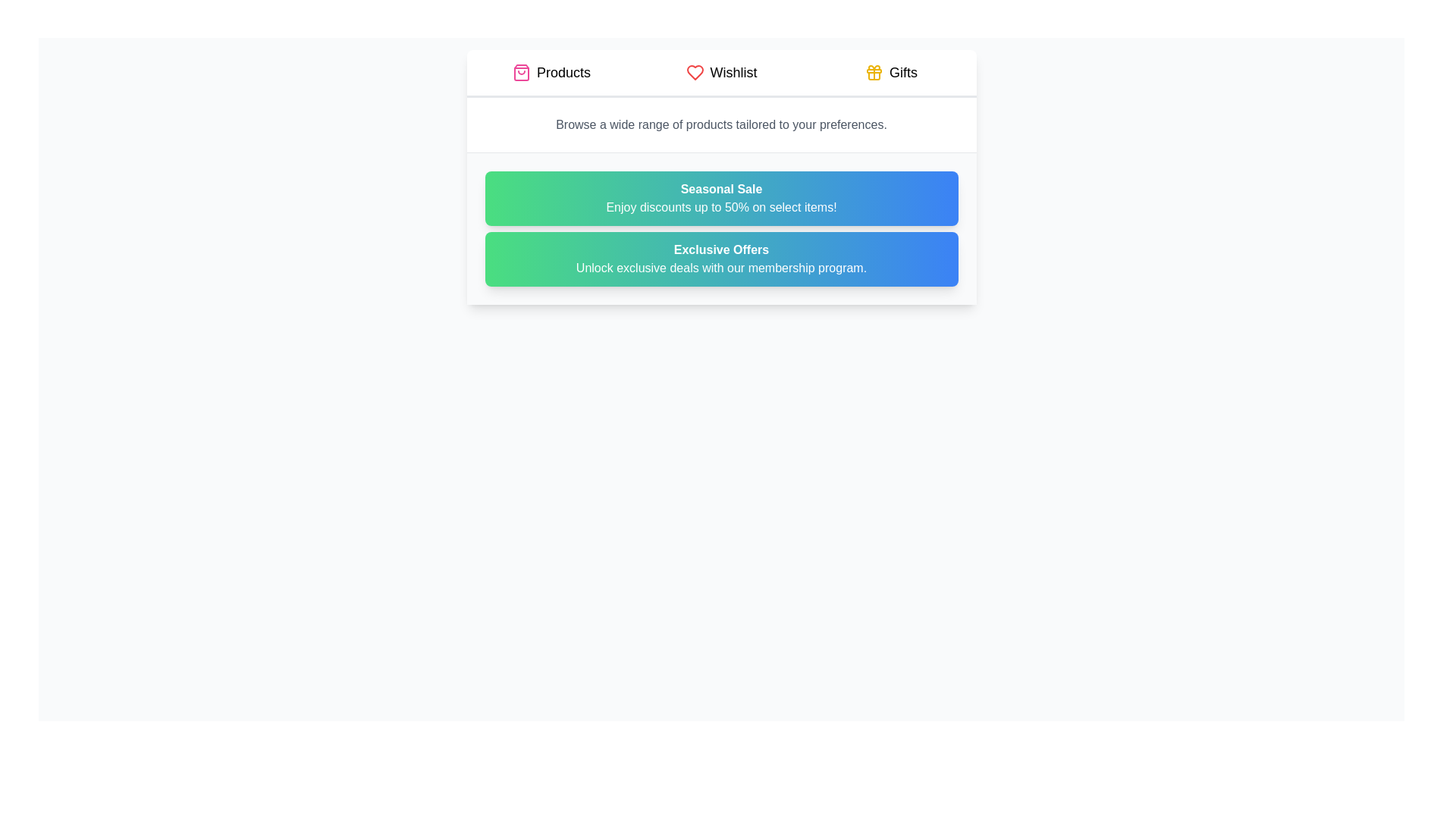 The height and width of the screenshot is (819, 1456). What do you see at coordinates (720, 259) in the screenshot?
I see `the promotion identified by Exclusive Offers` at bounding box center [720, 259].